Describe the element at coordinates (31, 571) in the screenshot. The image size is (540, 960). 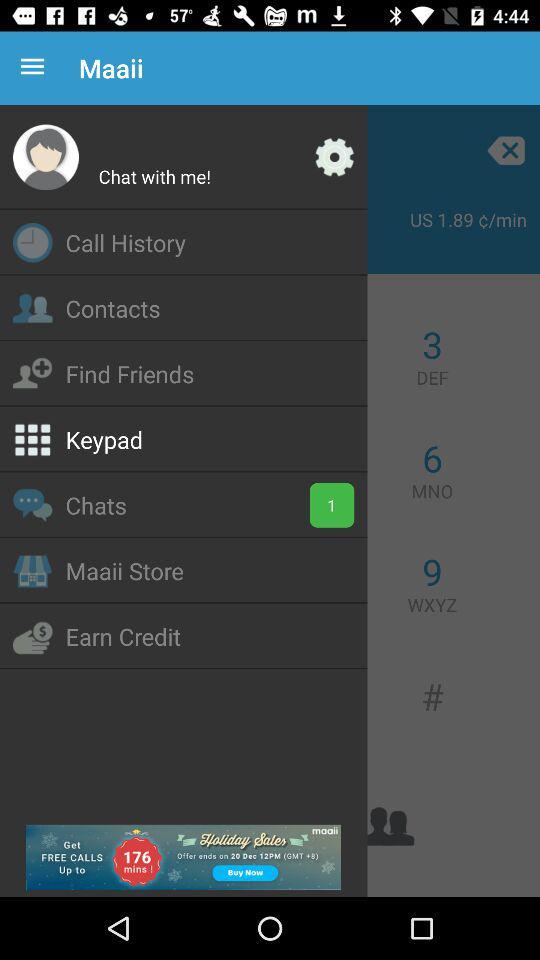
I see `icon left to maaii store` at that location.